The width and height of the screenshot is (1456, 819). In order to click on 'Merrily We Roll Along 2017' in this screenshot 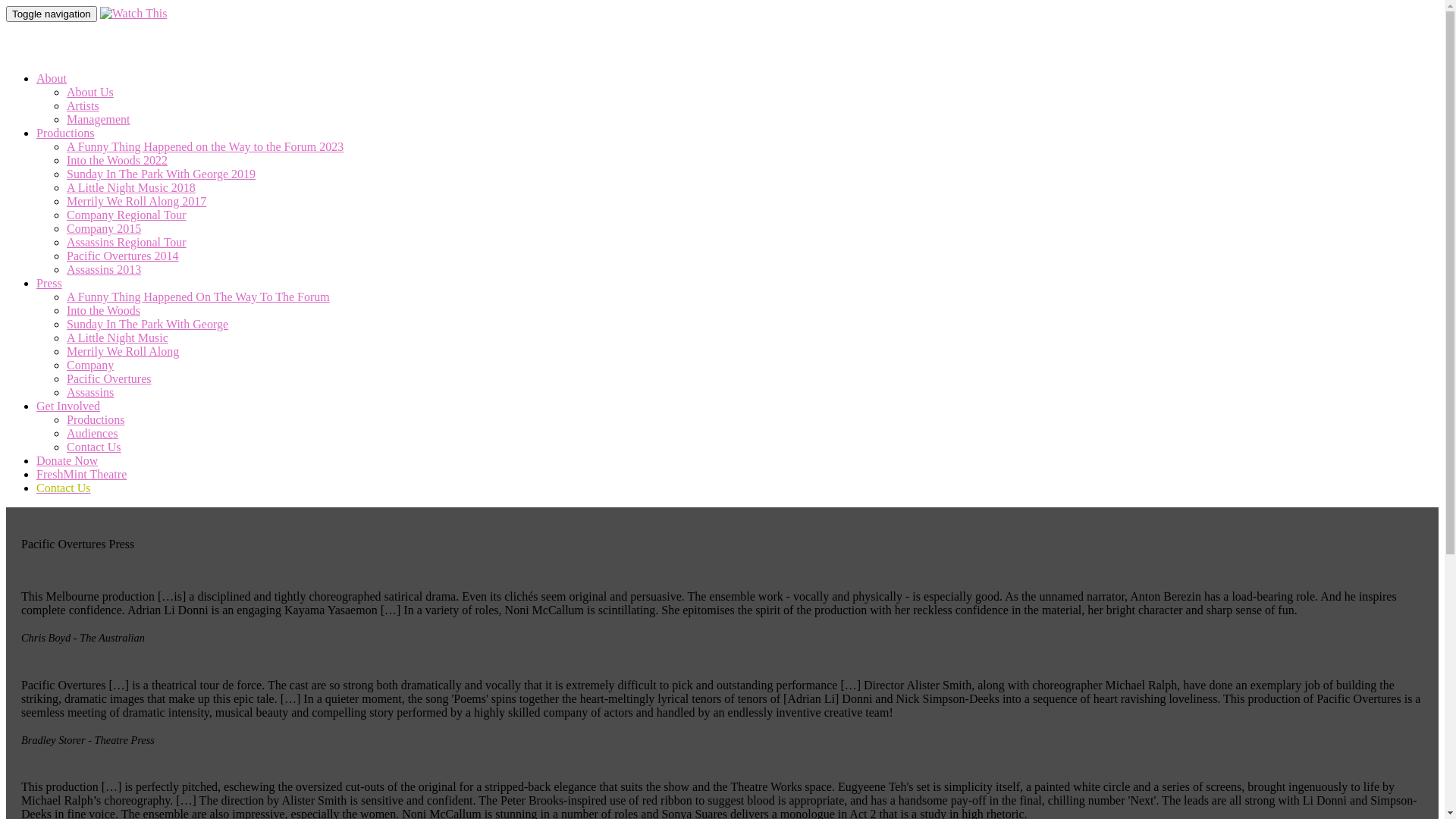, I will do `click(136, 200)`.